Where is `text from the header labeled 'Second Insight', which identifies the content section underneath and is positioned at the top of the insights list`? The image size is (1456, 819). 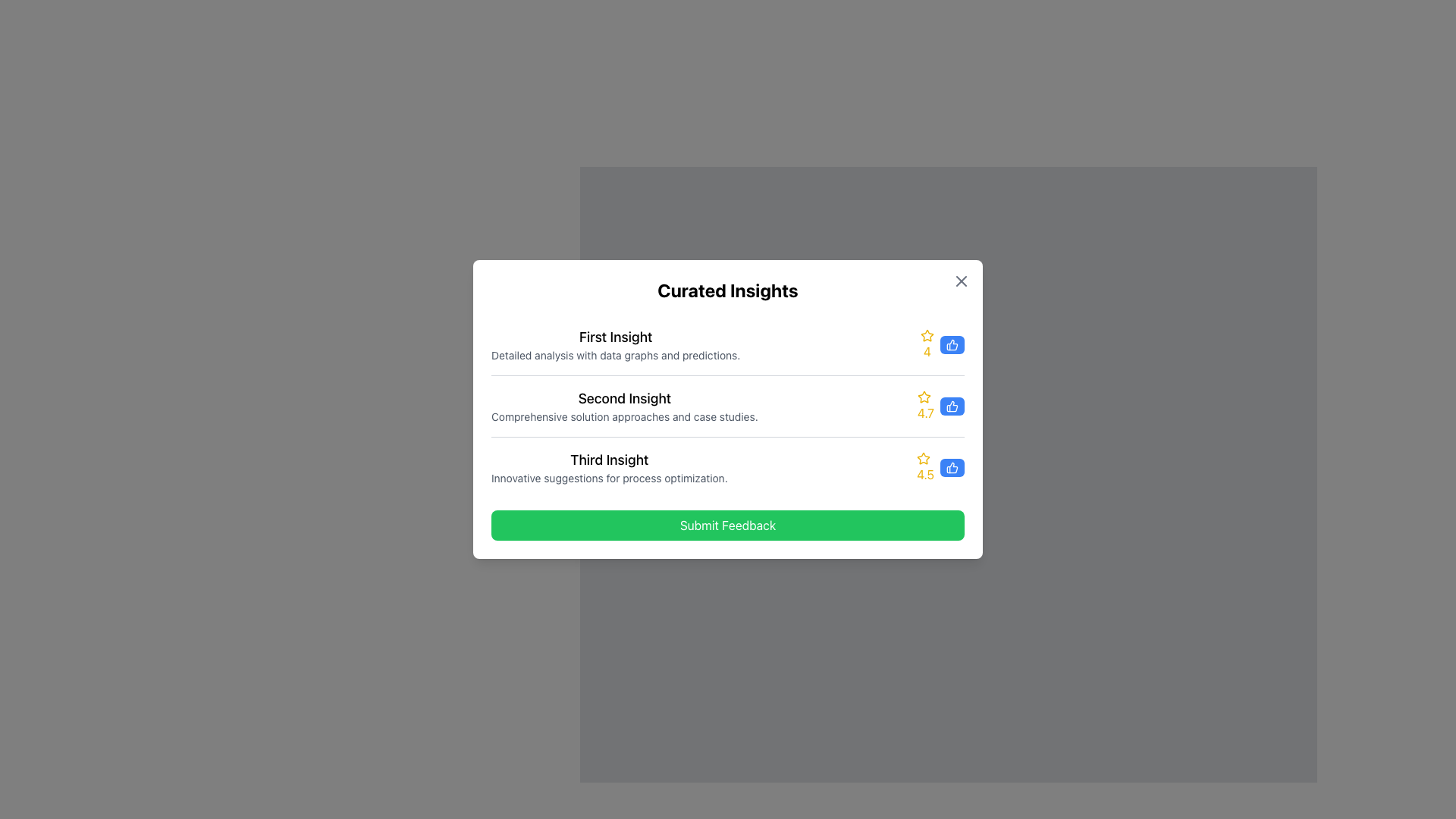 text from the header labeled 'Second Insight', which identifies the content section underneath and is positioned at the top of the insights list is located at coordinates (624, 397).